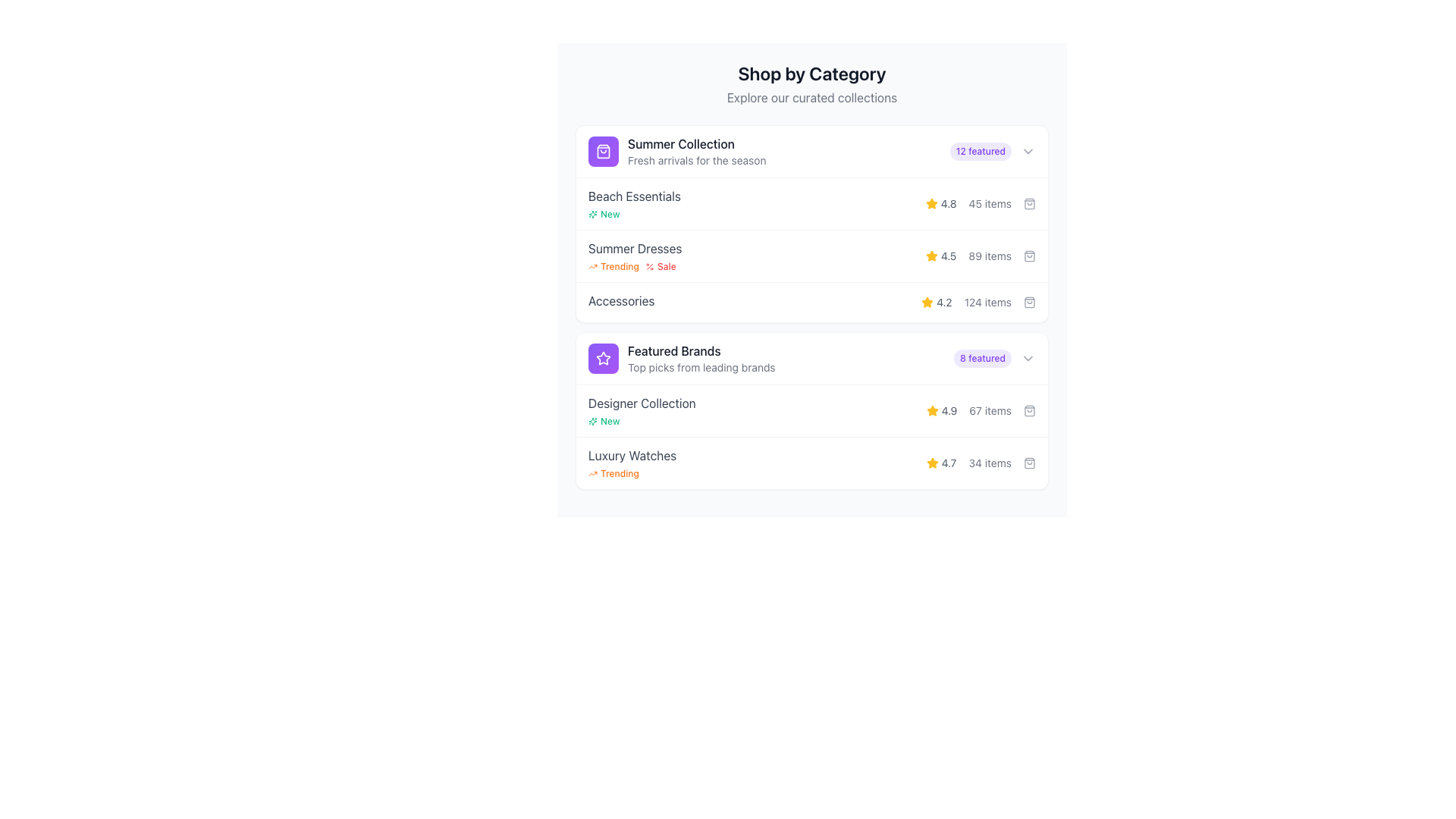 This screenshot has height=819, width=1456. What do you see at coordinates (603, 214) in the screenshot?
I see `the 'New' label, which is styled in bold, emerald green color, located below the 'Beach Essentials' text in the 'Shop by Category' list` at bounding box center [603, 214].